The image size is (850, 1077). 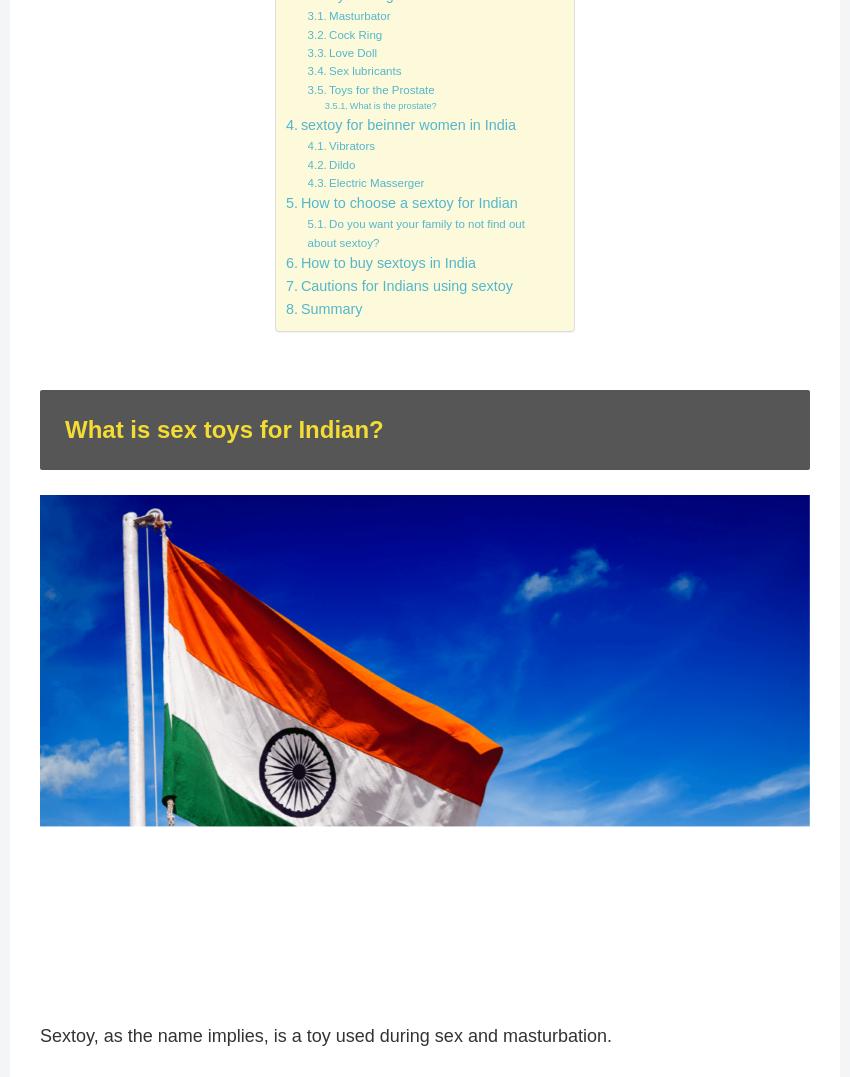 I want to click on 'How to buy sextoys in India', so click(x=388, y=262).